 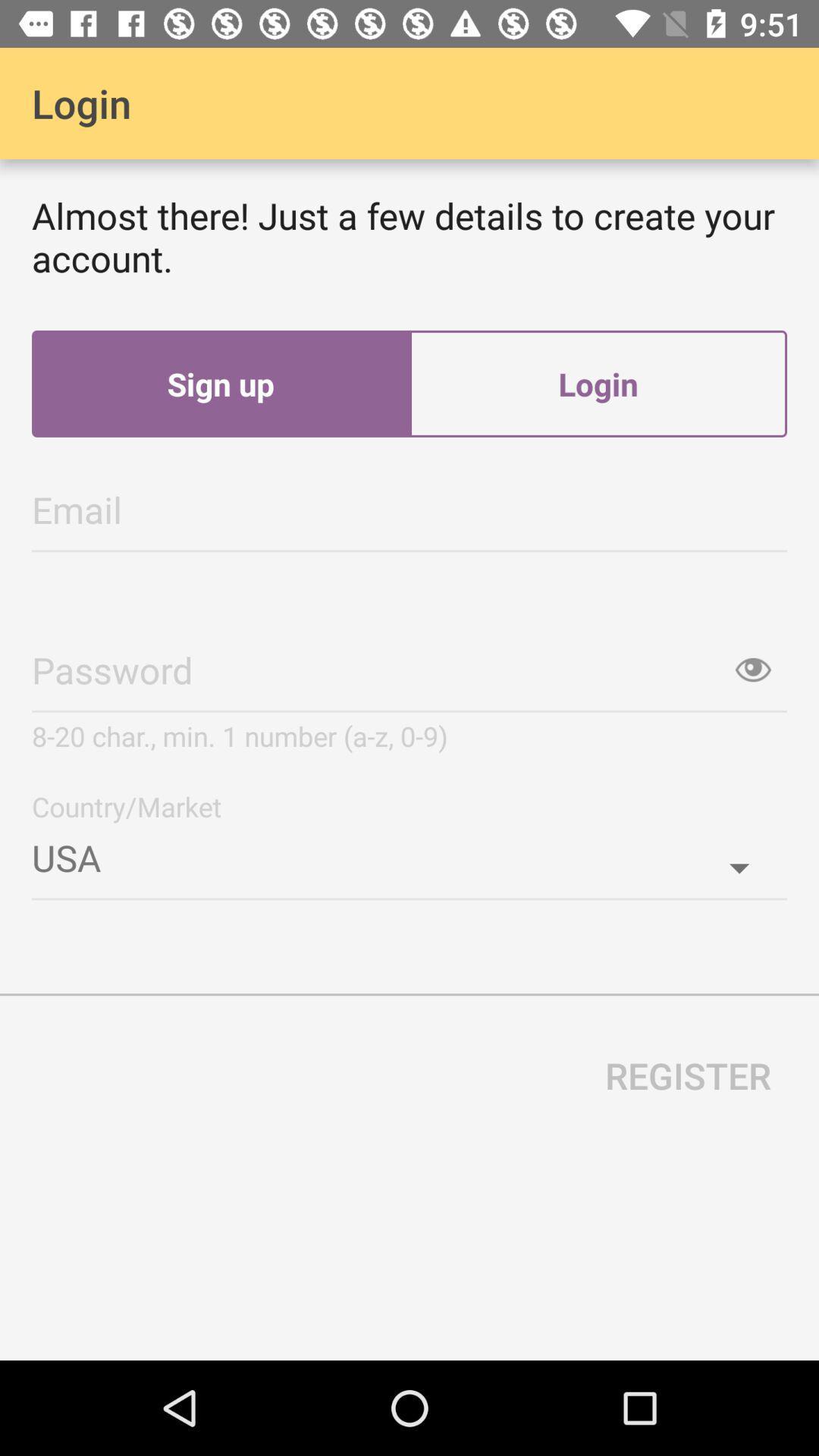 I want to click on item at the bottom right corner, so click(x=688, y=1075).